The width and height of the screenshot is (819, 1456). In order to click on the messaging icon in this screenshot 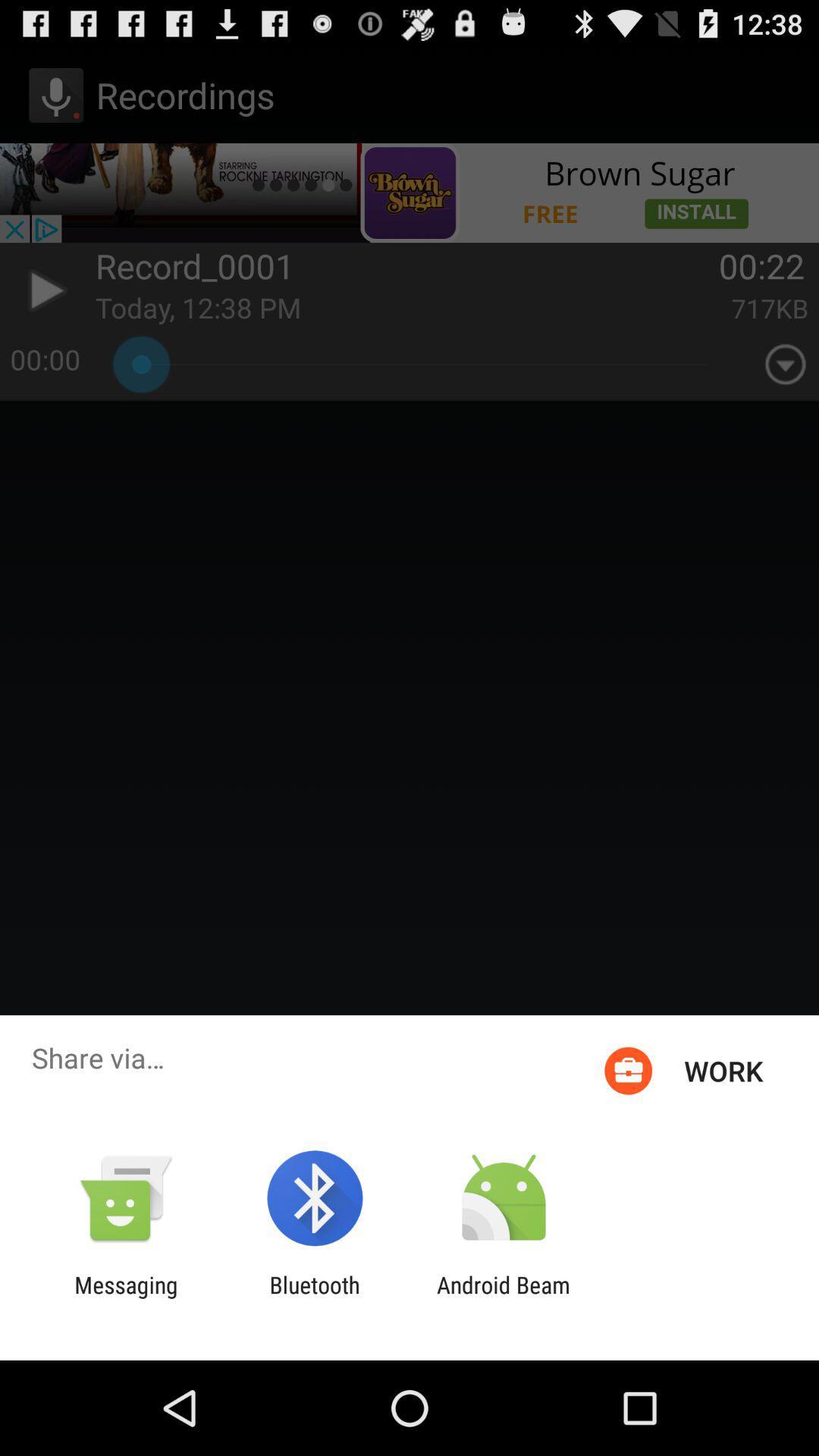, I will do `click(125, 1298)`.